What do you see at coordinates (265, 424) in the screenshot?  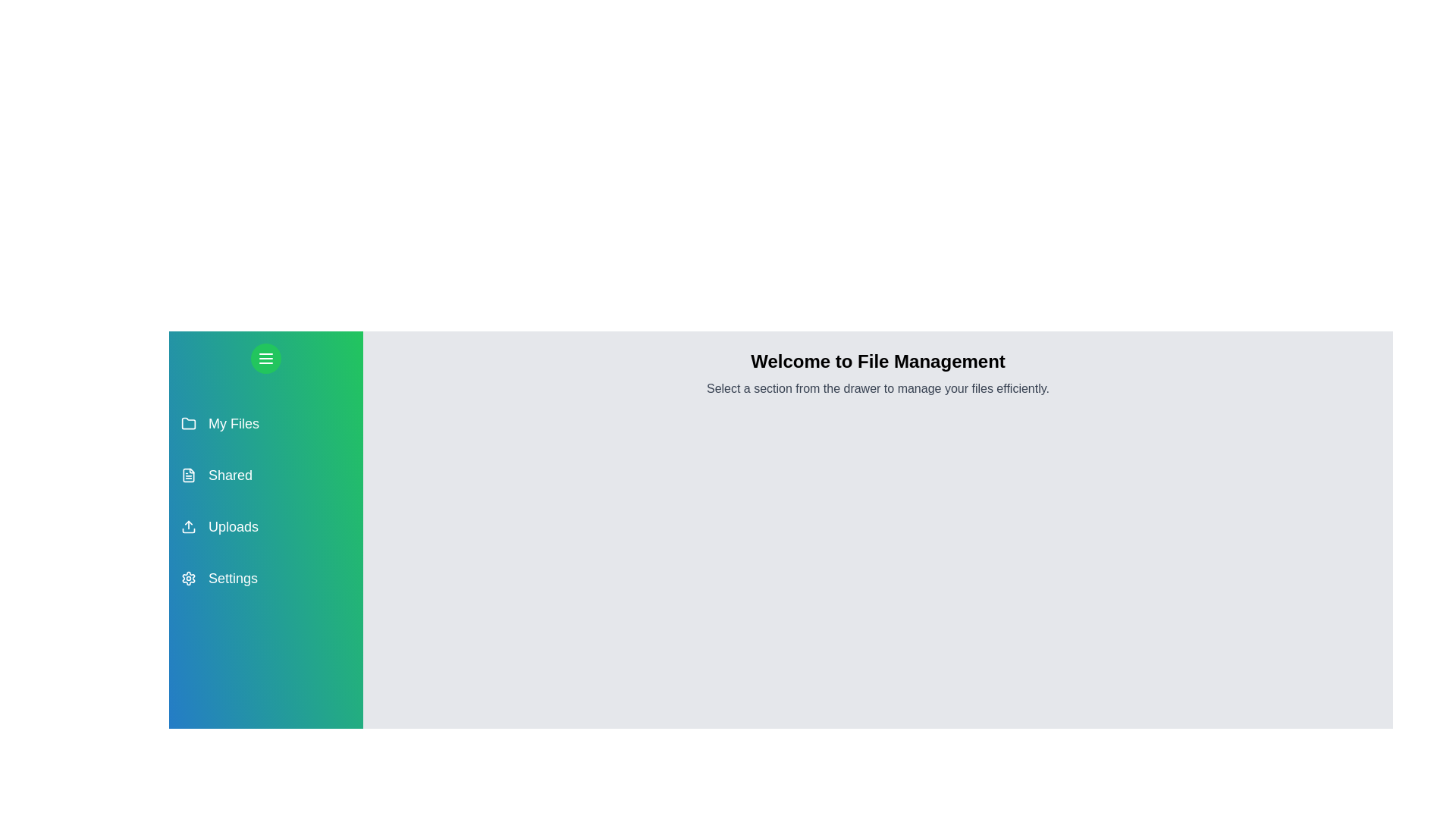 I see `the section My Files in the drawer to observe its hover effect` at bounding box center [265, 424].